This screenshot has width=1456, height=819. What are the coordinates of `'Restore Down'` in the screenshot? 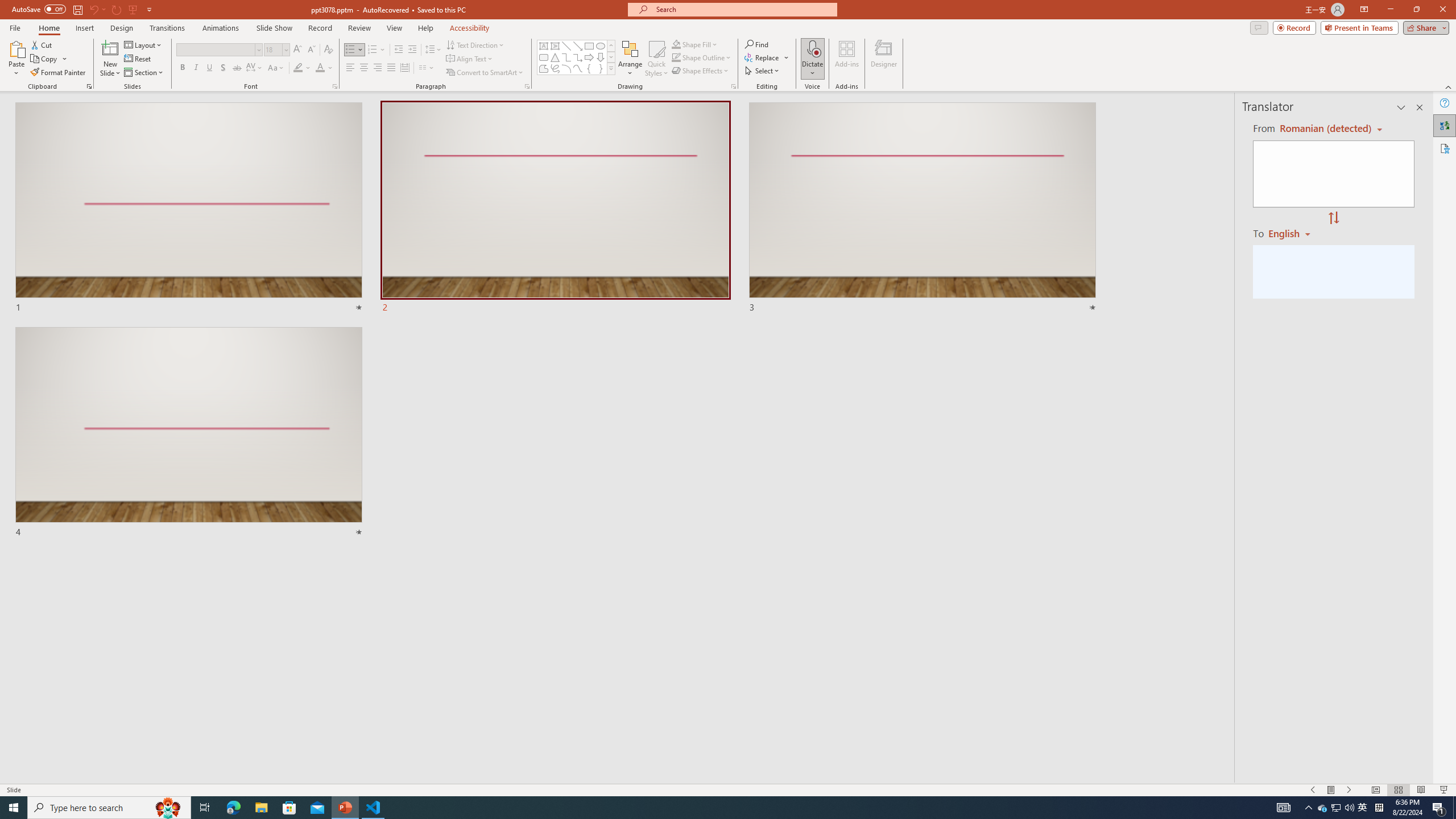 It's located at (1416, 9).